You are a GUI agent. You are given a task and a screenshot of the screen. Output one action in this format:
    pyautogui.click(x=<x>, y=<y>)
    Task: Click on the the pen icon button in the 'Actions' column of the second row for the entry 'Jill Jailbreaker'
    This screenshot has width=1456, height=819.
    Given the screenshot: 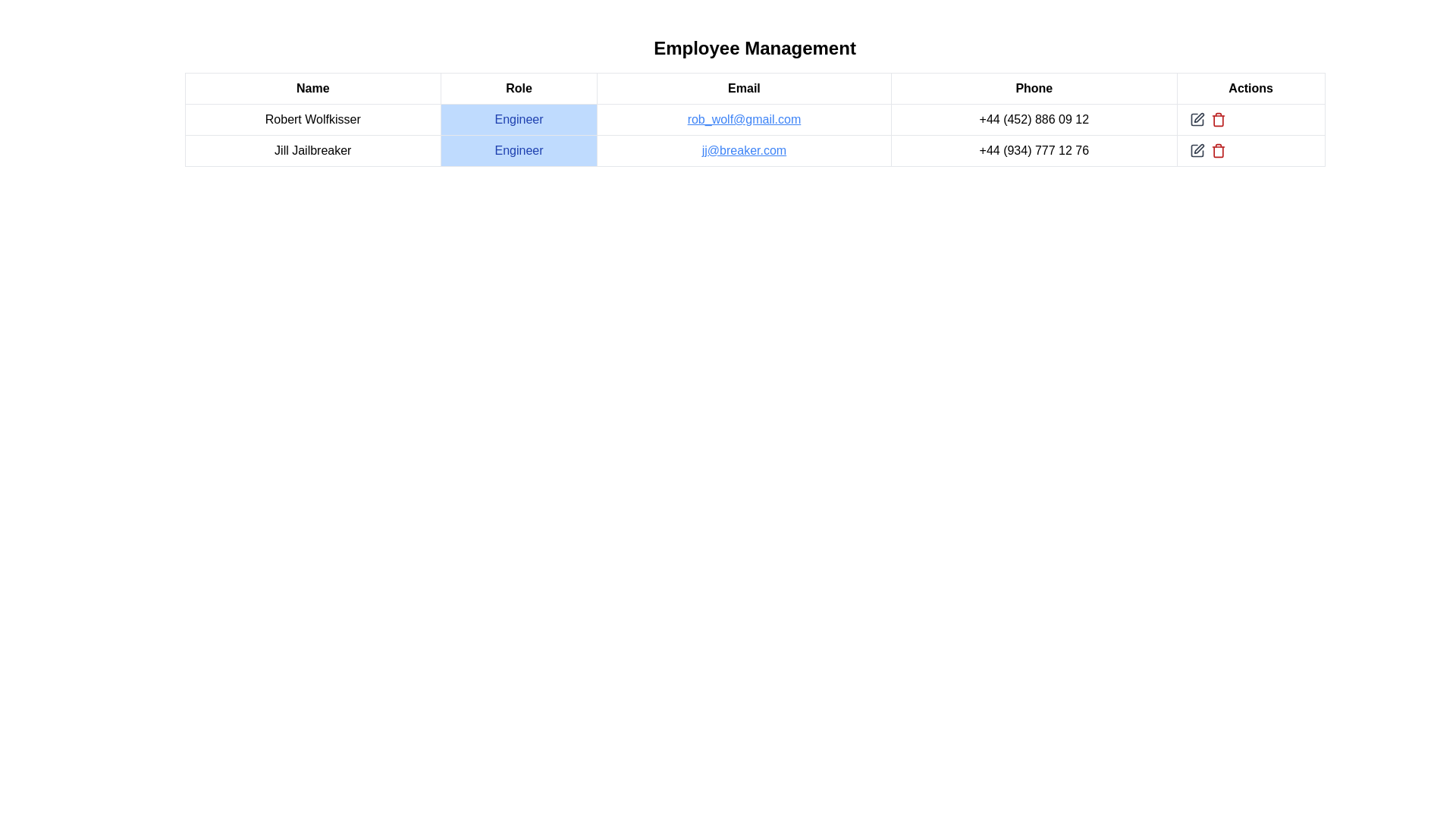 What is the action you would take?
    pyautogui.click(x=1197, y=149)
    